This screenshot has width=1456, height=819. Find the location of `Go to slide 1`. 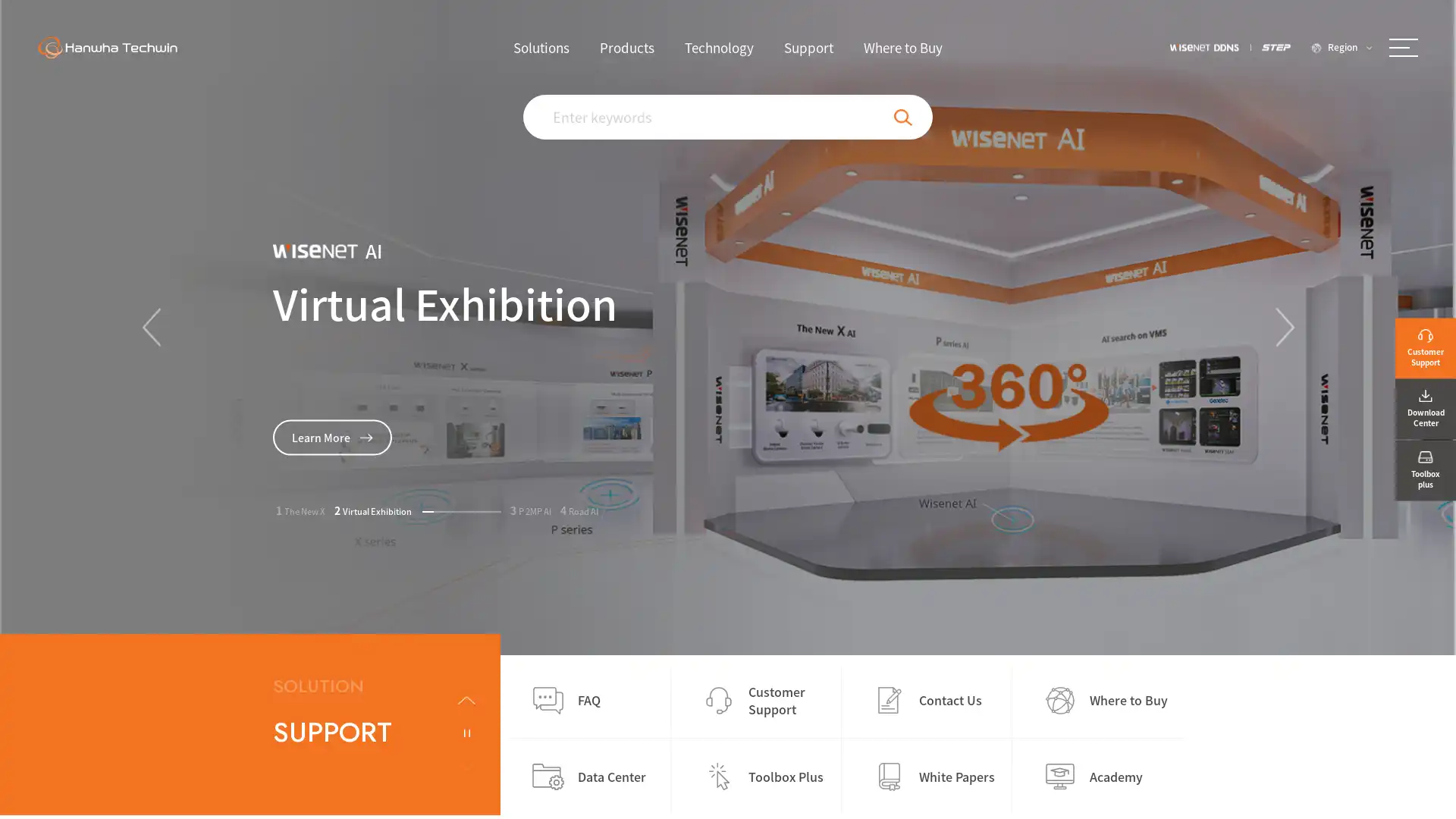

Go to slide 1 is located at coordinates (300, 511).